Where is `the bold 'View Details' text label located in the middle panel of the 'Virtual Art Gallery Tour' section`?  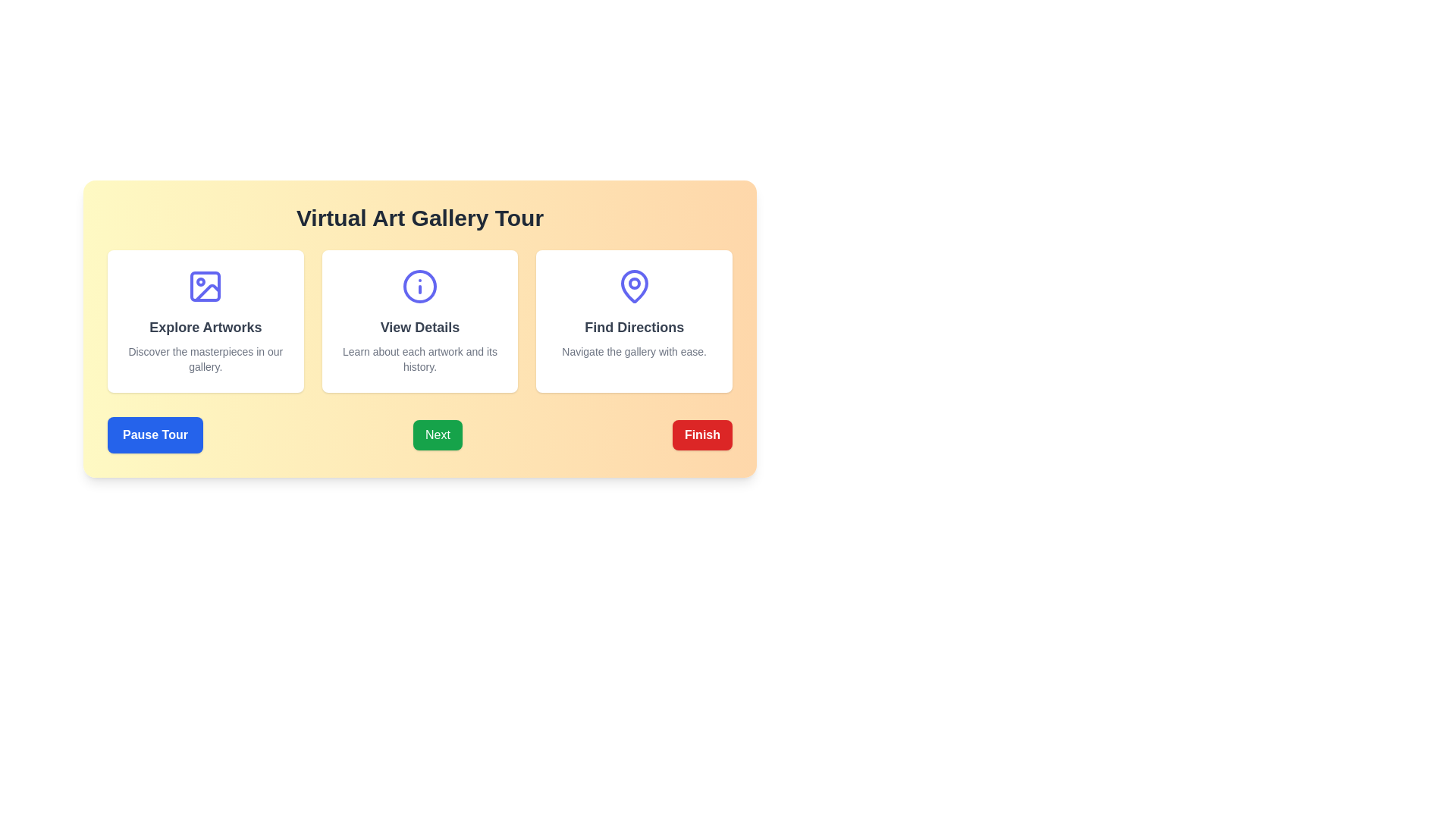 the bold 'View Details' text label located in the middle panel of the 'Virtual Art Gallery Tour' section is located at coordinates (419, 327).